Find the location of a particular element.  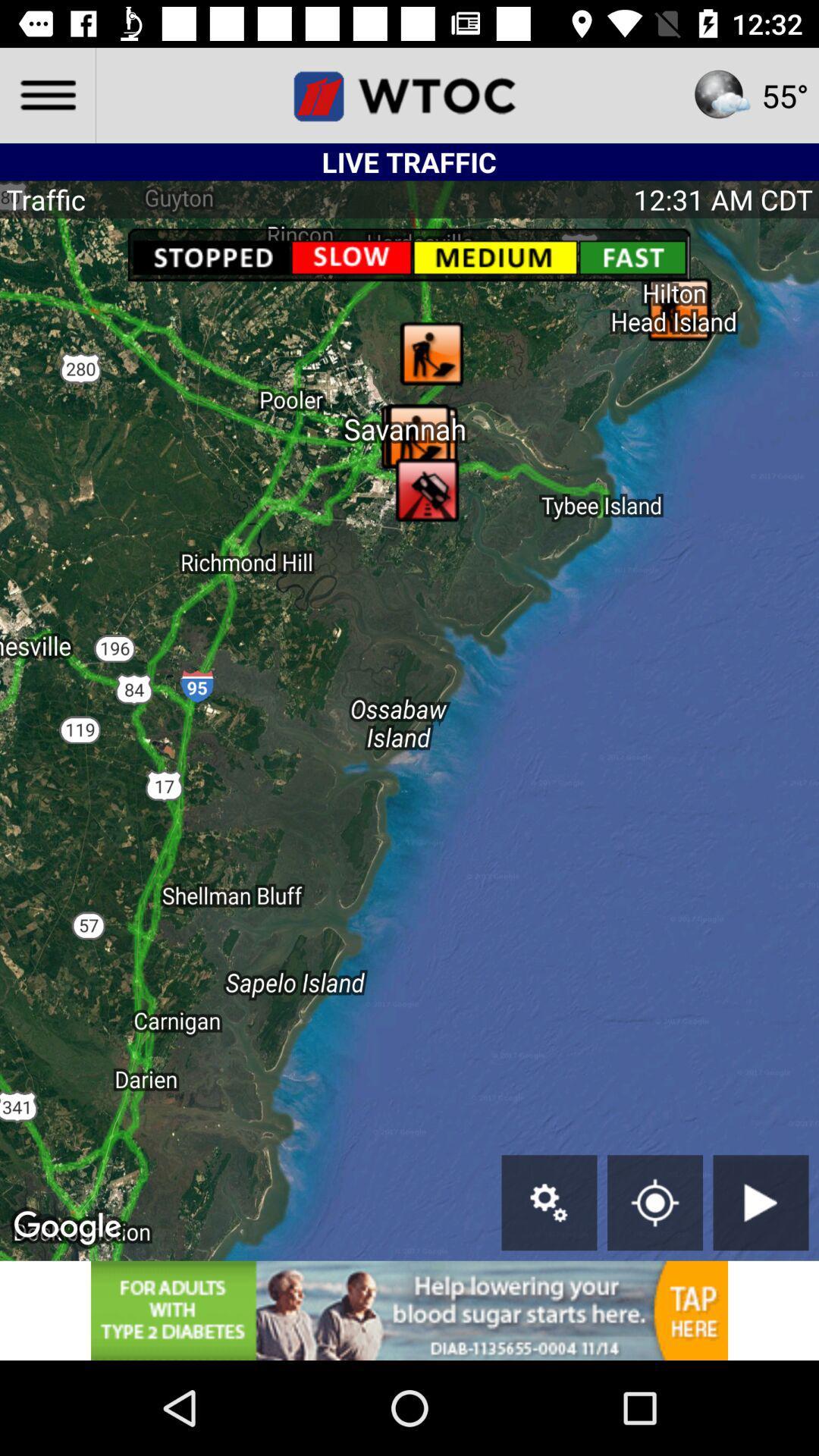

the location_crosshair icon is located at coordinates (654, 1202).